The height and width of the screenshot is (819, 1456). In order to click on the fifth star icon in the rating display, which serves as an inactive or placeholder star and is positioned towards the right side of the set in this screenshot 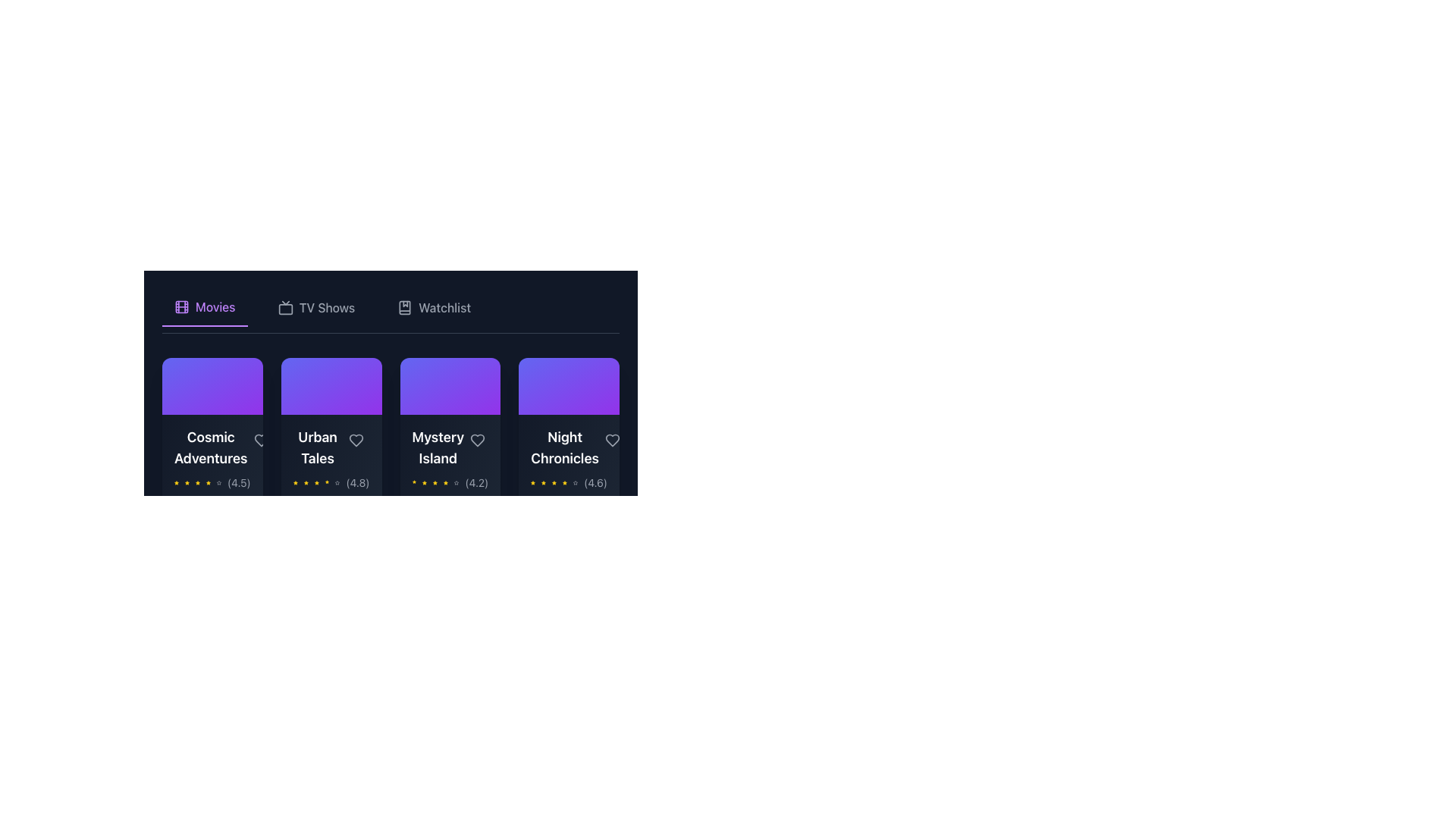, I will do `click(574, 482)`.